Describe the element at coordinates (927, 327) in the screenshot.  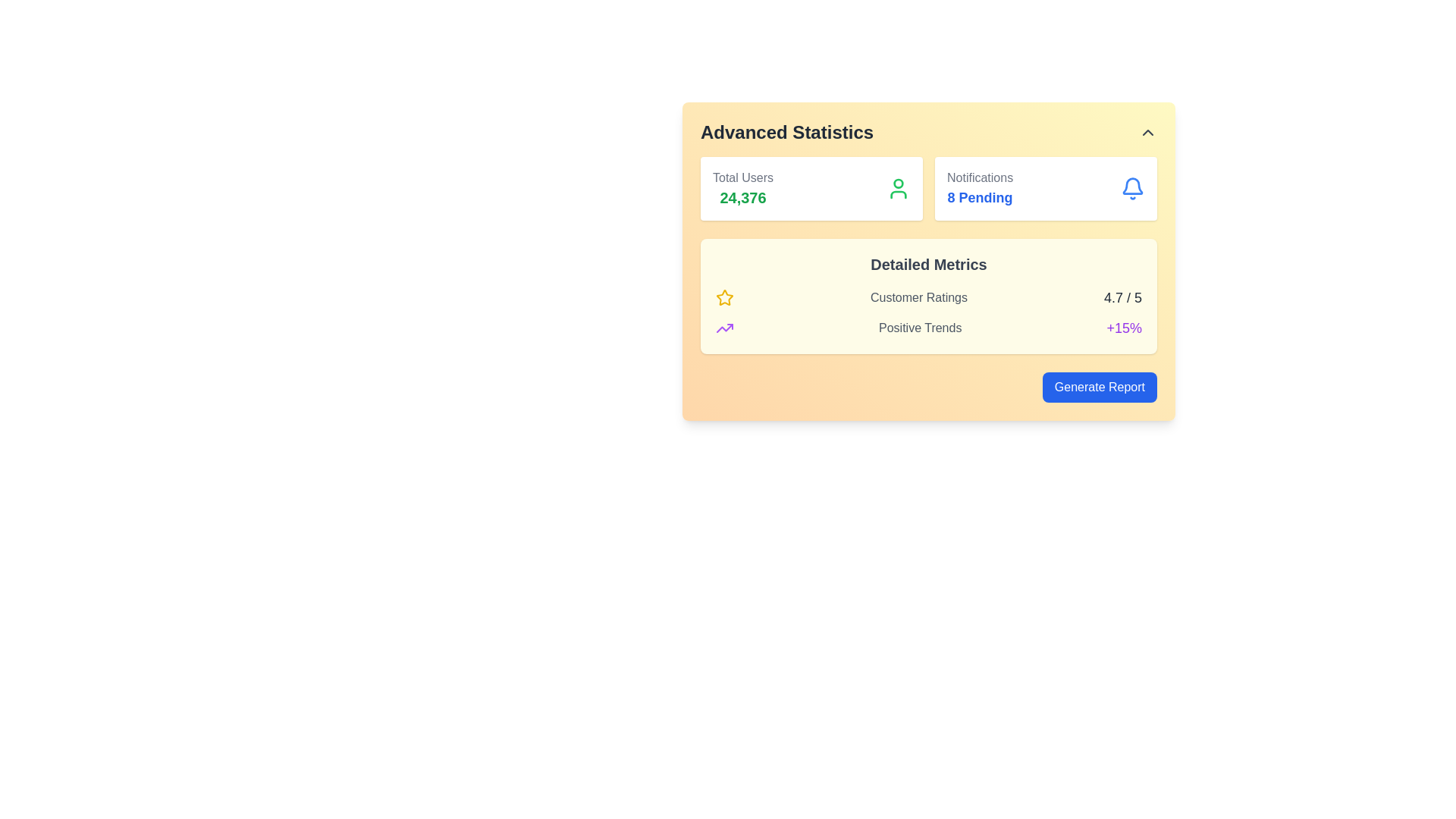
I see `displayed information from the informational text block located below the 'Customer Ratings' section in the 'Detailed Metrics' area, conveying a positive growth metric` at that location.